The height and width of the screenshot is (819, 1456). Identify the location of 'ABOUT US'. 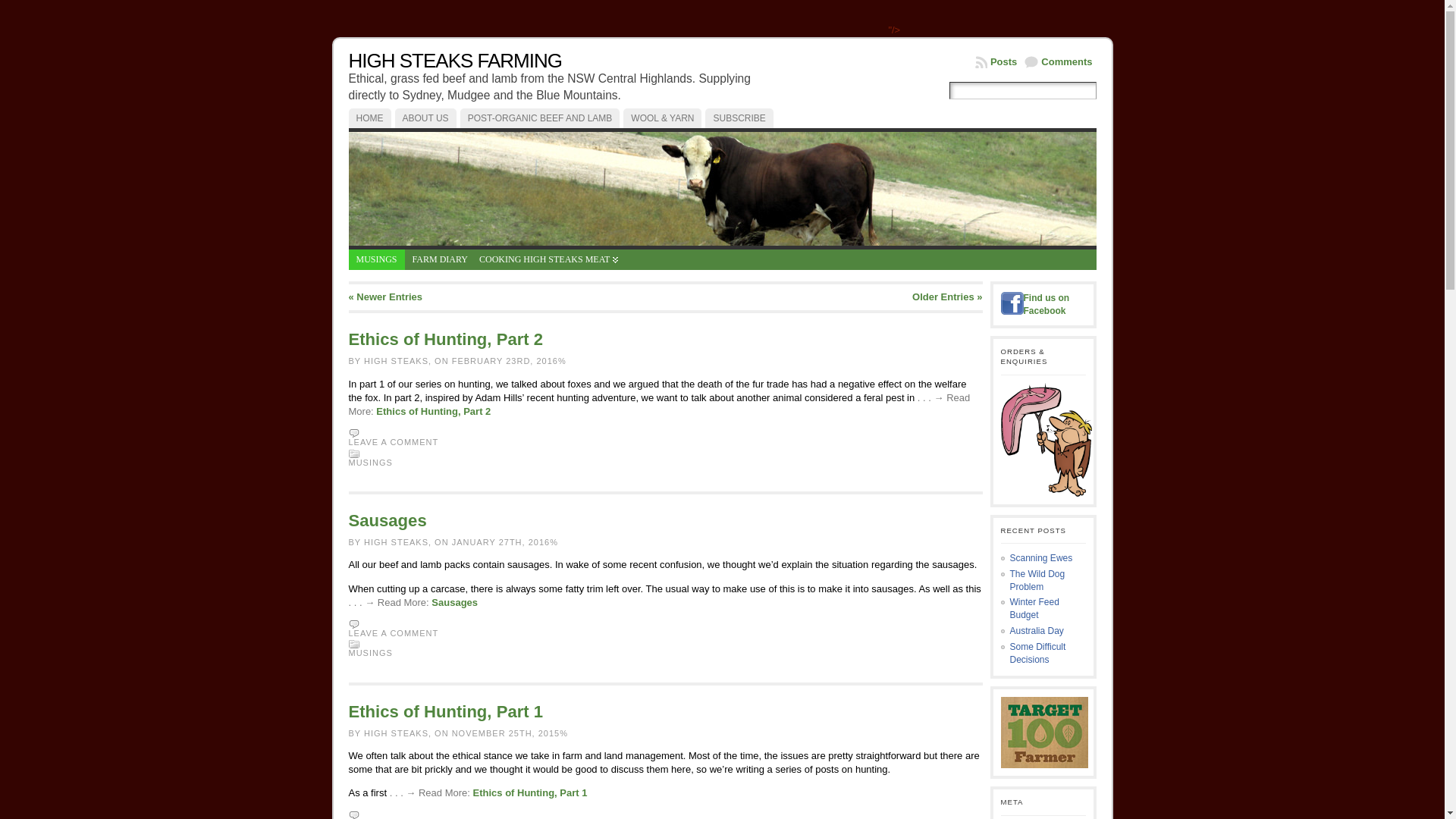
(425, 117).